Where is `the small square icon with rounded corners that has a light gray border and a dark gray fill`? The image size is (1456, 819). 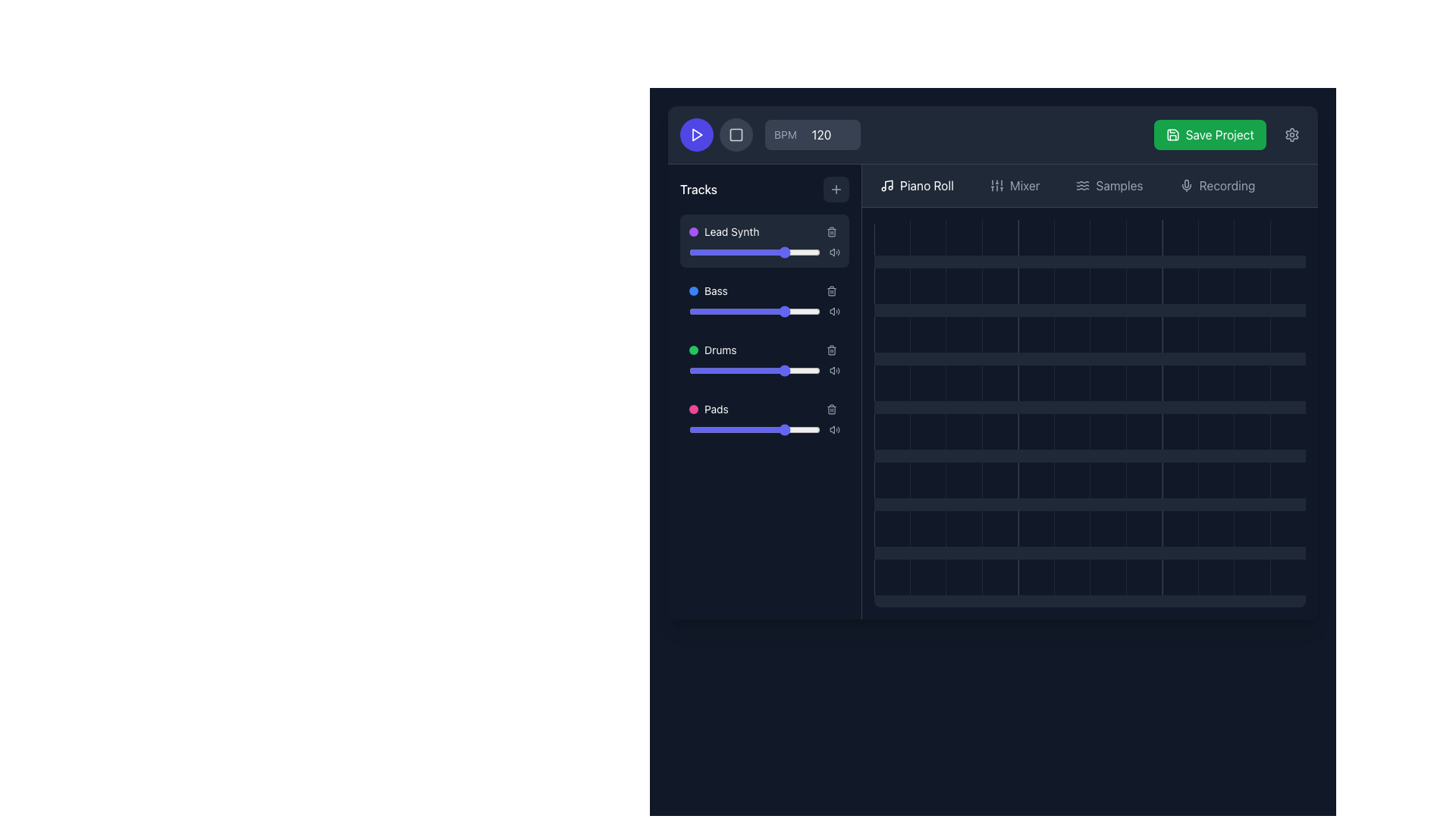 the small square icon with rounded corners that has a light gray border and a dark gray fill is located at coordinates (736, 133).